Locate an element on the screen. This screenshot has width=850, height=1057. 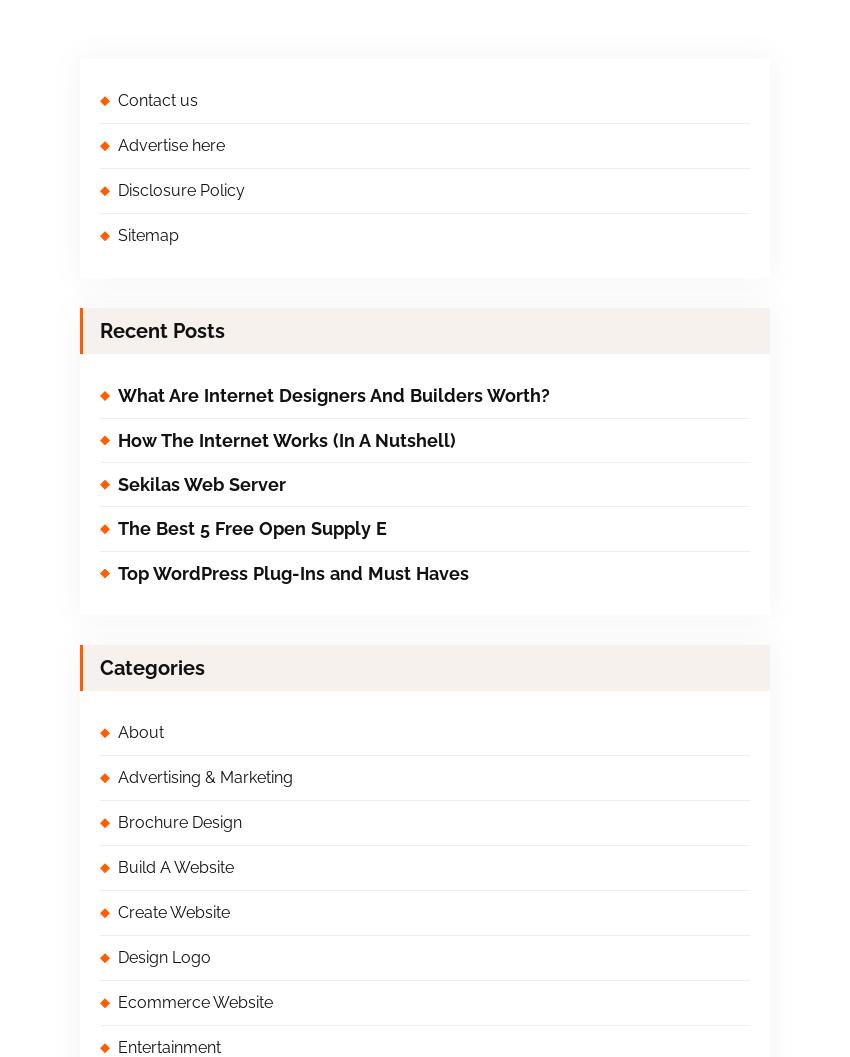
'Contact us' is located at coordinates (158, 99).